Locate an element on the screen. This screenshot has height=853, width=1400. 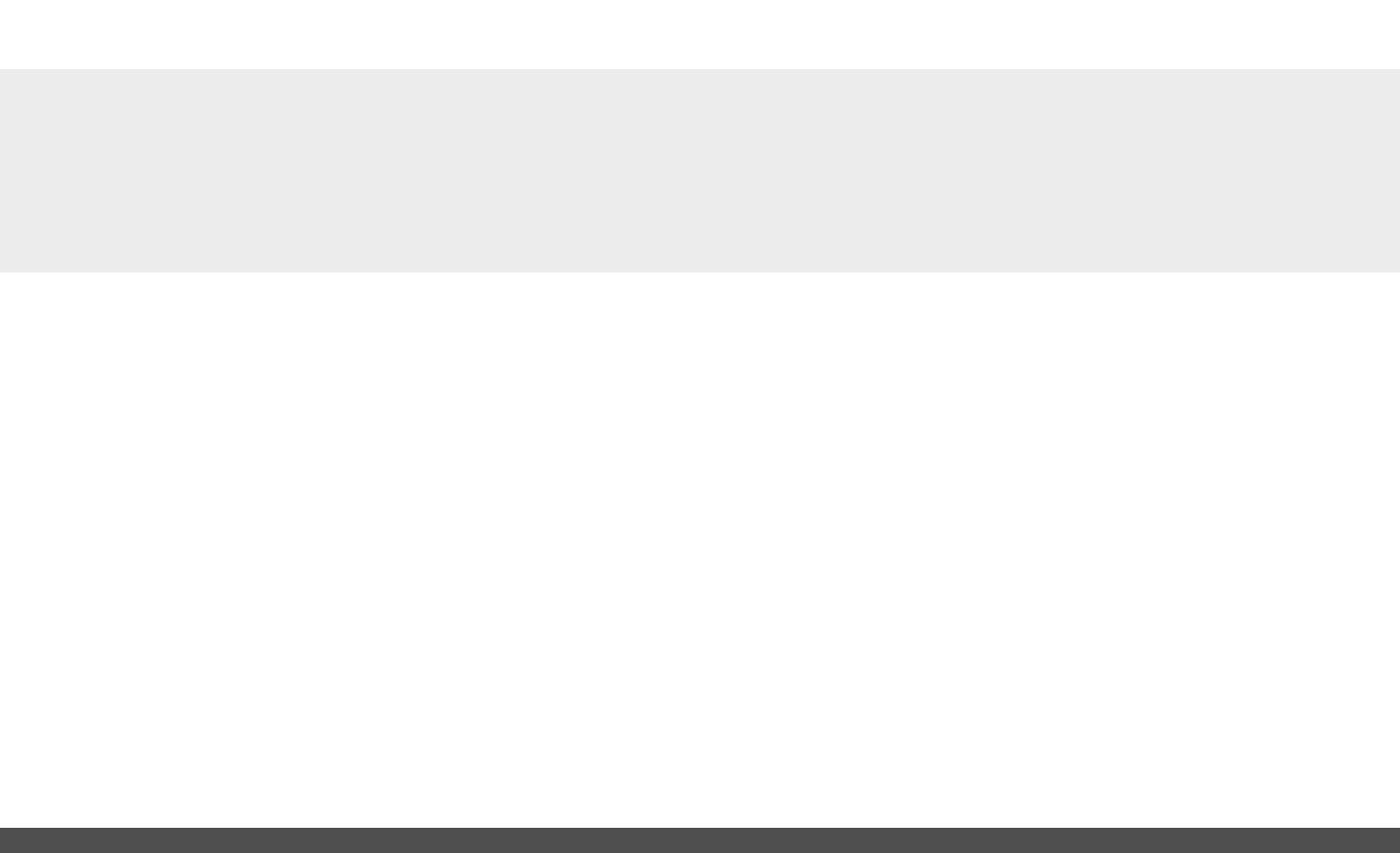
'2″' is located at coordinates (247, 668).